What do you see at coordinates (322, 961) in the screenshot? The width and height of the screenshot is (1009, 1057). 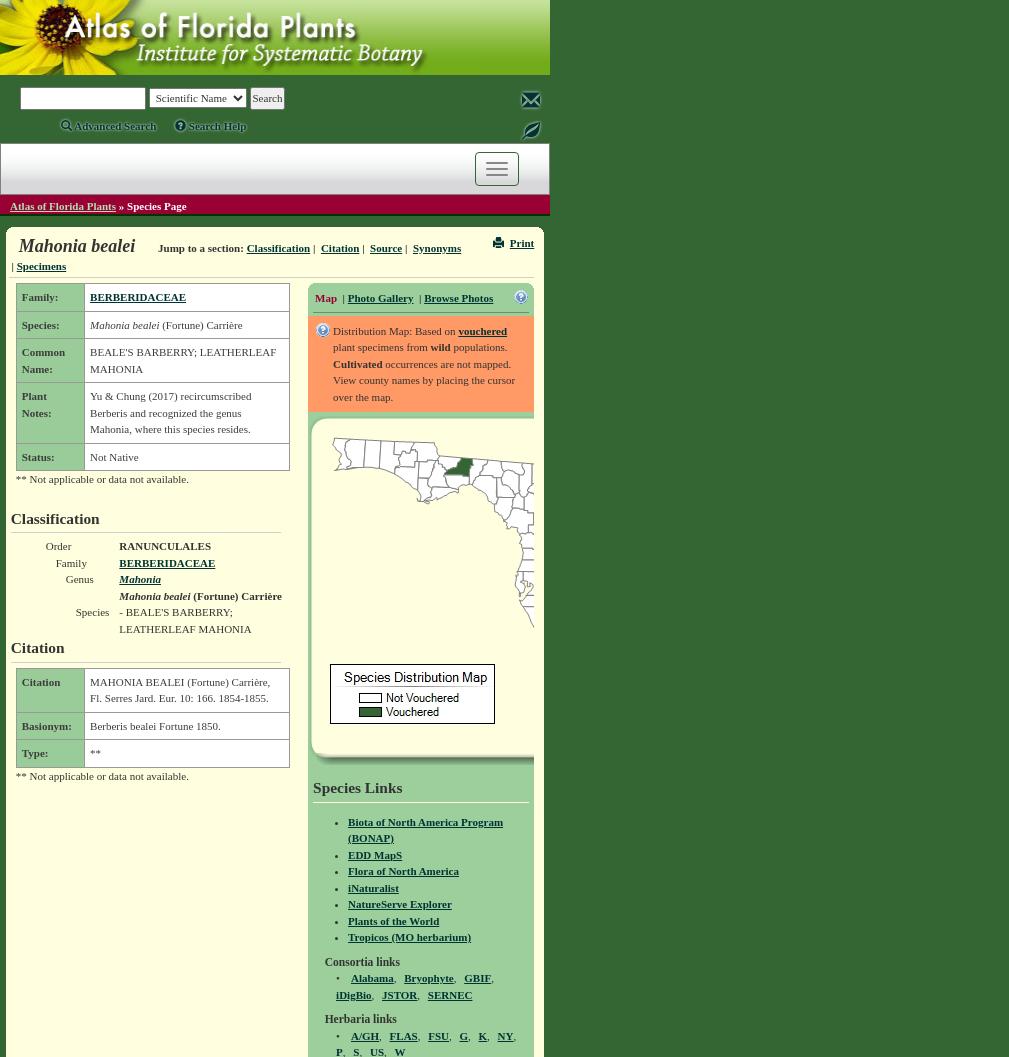 I see `'Consortia links'` at bounding box center [322, 961].